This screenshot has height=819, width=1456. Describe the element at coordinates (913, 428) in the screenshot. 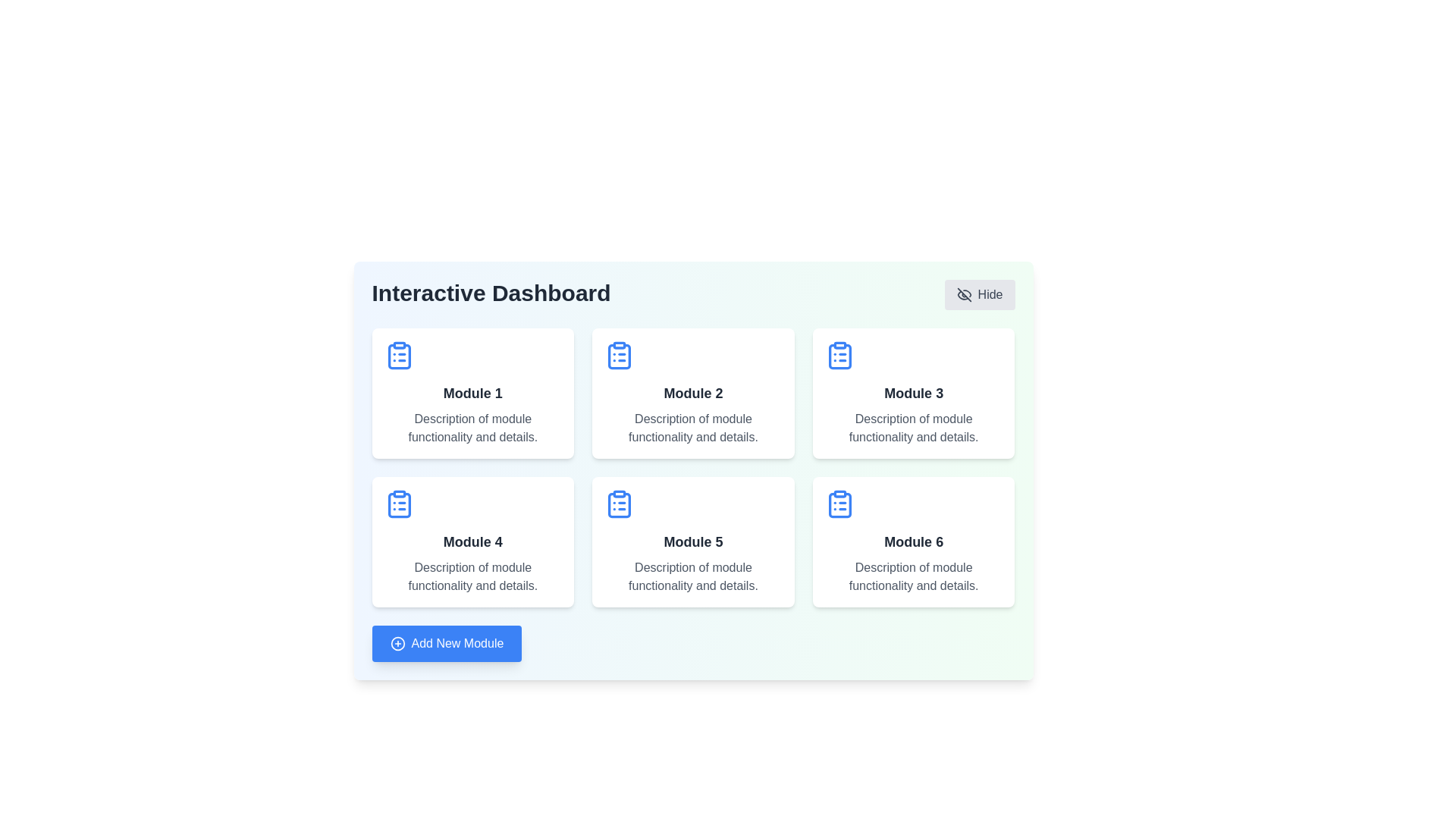

I see `text label providing a description of the module's functionality located in the top-right corner of the 'Module 3' card` at that location.